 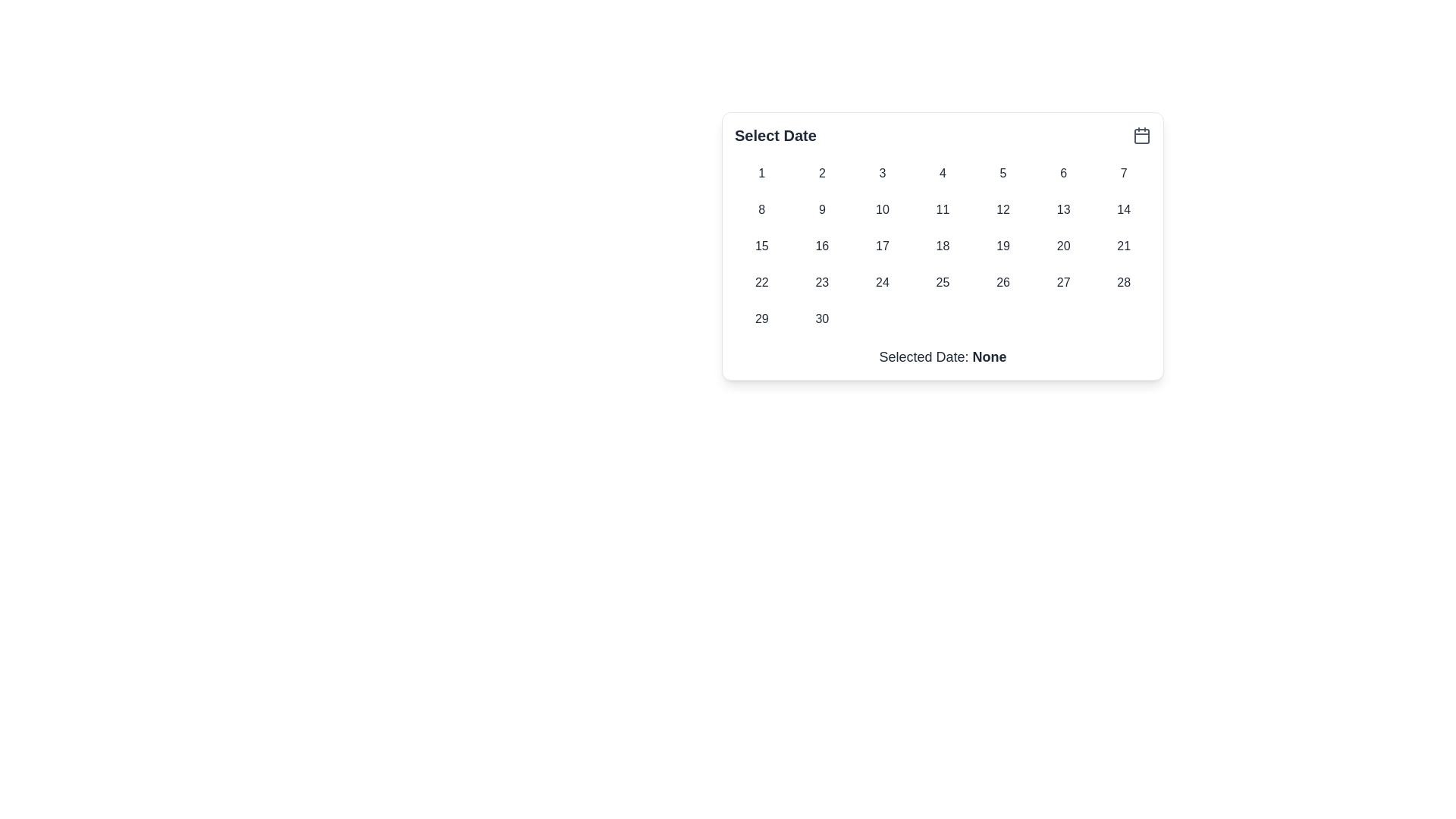 What do you see at coordinates (775, 134) in the screenshot?
I see `the bold text label reading 'Select Date' positioned in the upper-left corner of the calendar interface` at bounding box center [775, 134].